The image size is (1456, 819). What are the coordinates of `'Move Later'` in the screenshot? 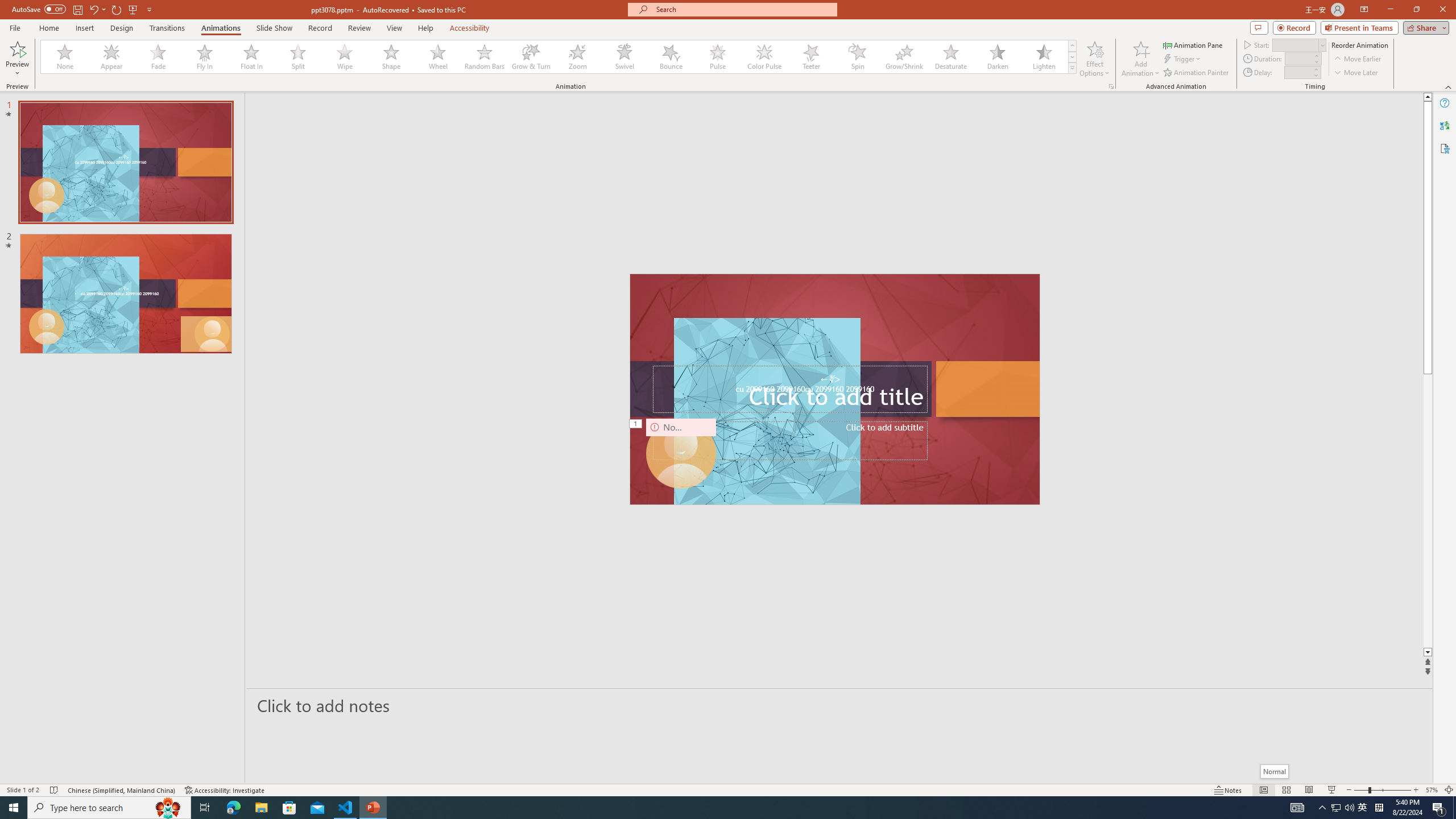 It's located at (1356, 72).